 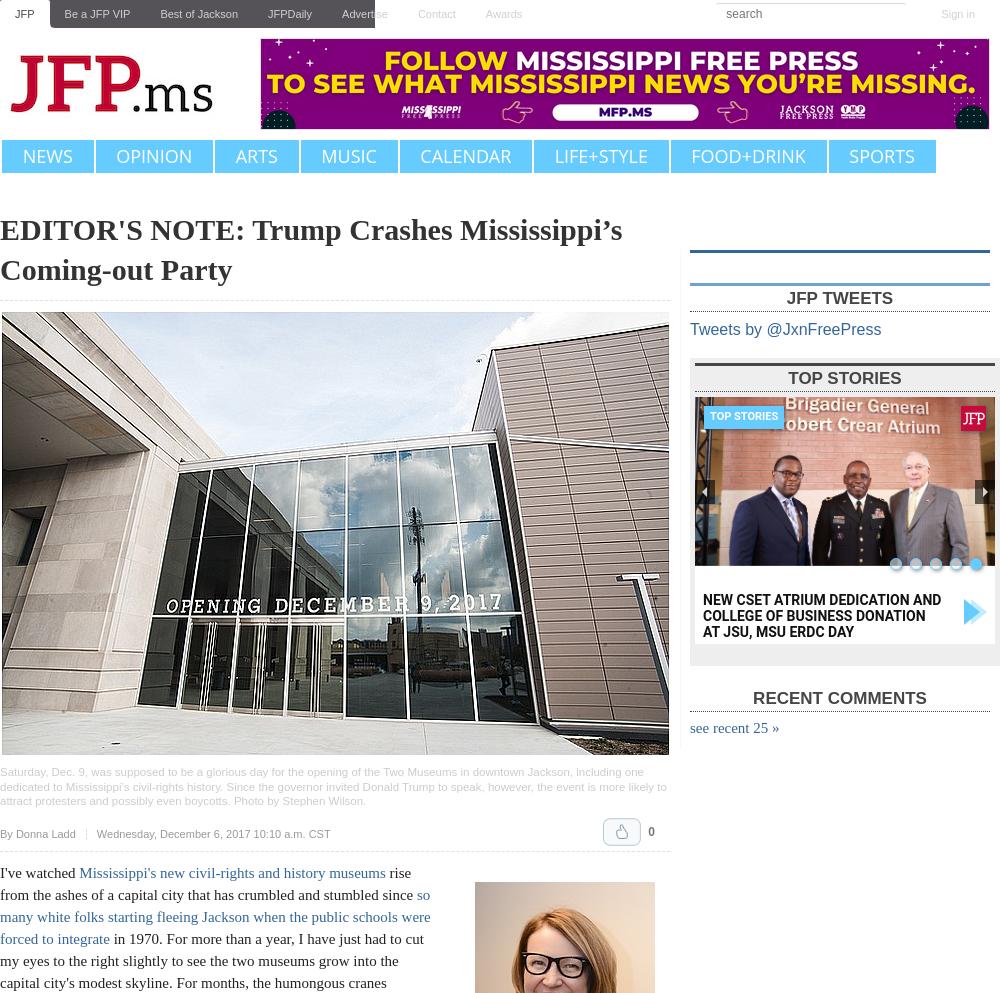 I want to click on 'Food+Drink', so click(x=690, y=155).